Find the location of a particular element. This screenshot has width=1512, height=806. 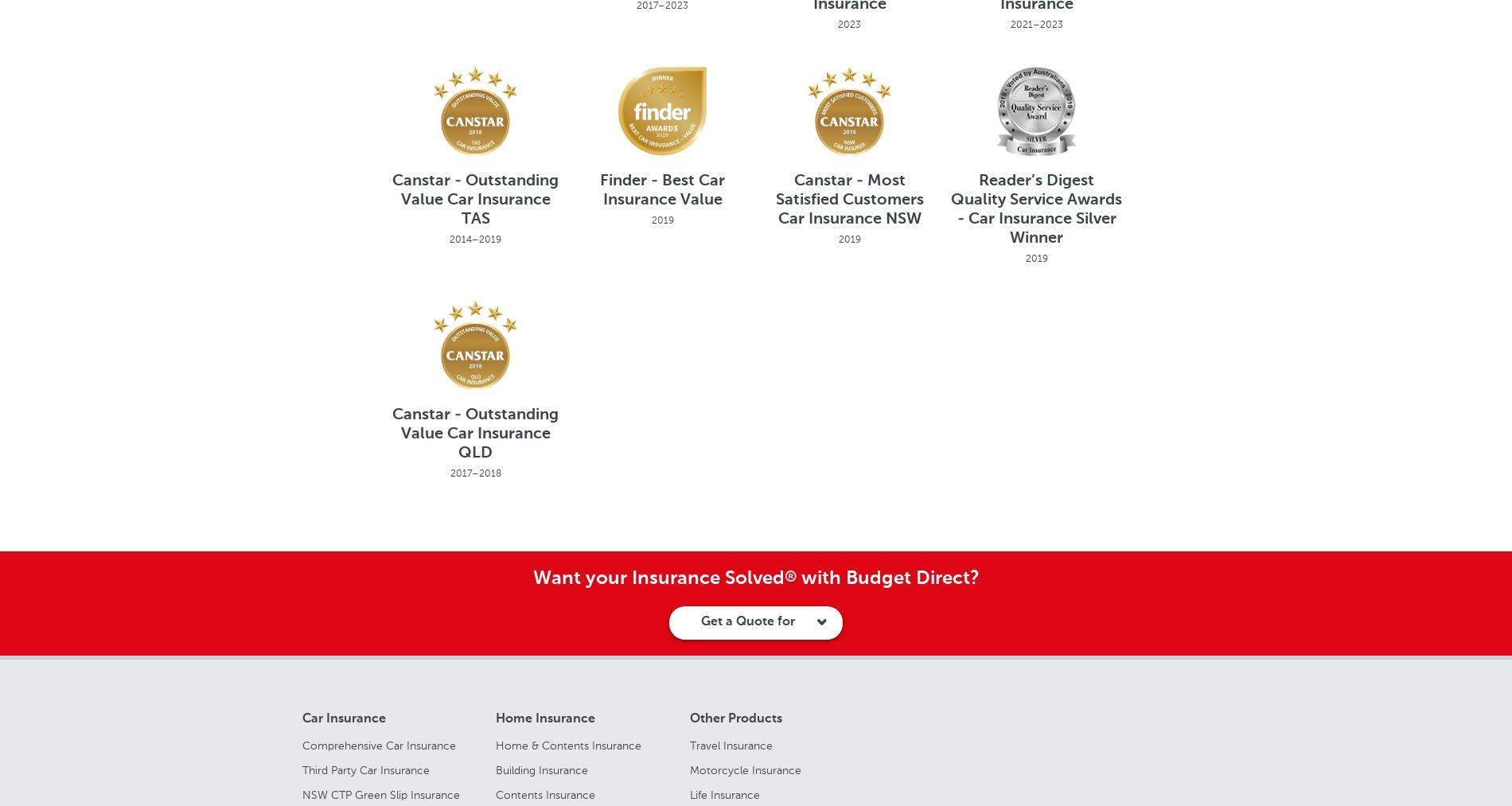

'Want your Insurance Solved' is located at coordinates (657, 578).